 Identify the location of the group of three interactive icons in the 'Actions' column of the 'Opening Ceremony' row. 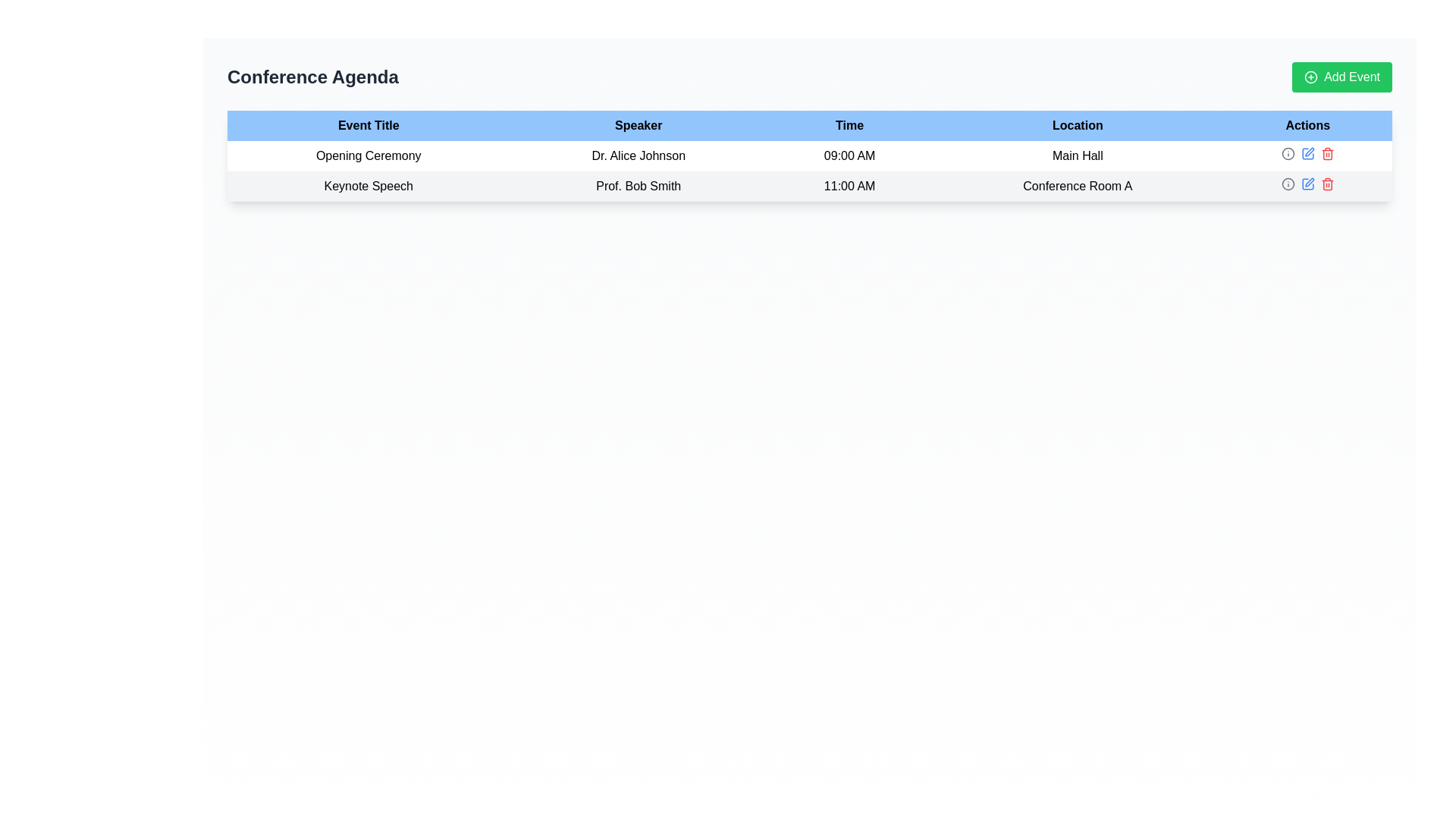
(1307, 154).